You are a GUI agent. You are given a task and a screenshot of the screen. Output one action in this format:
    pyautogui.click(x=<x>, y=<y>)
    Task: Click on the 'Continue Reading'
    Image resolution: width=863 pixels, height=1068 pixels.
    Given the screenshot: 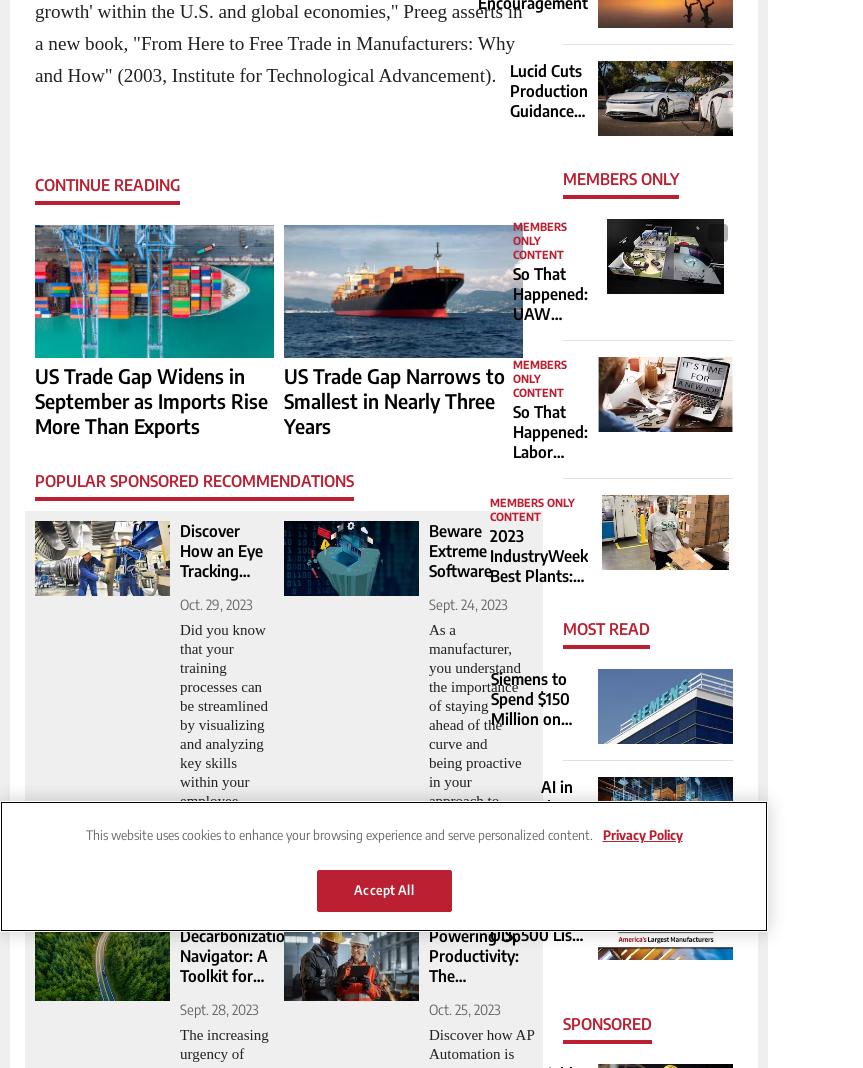 What is the action you would take?
    pyautogui.click(x=106, y=184)
    